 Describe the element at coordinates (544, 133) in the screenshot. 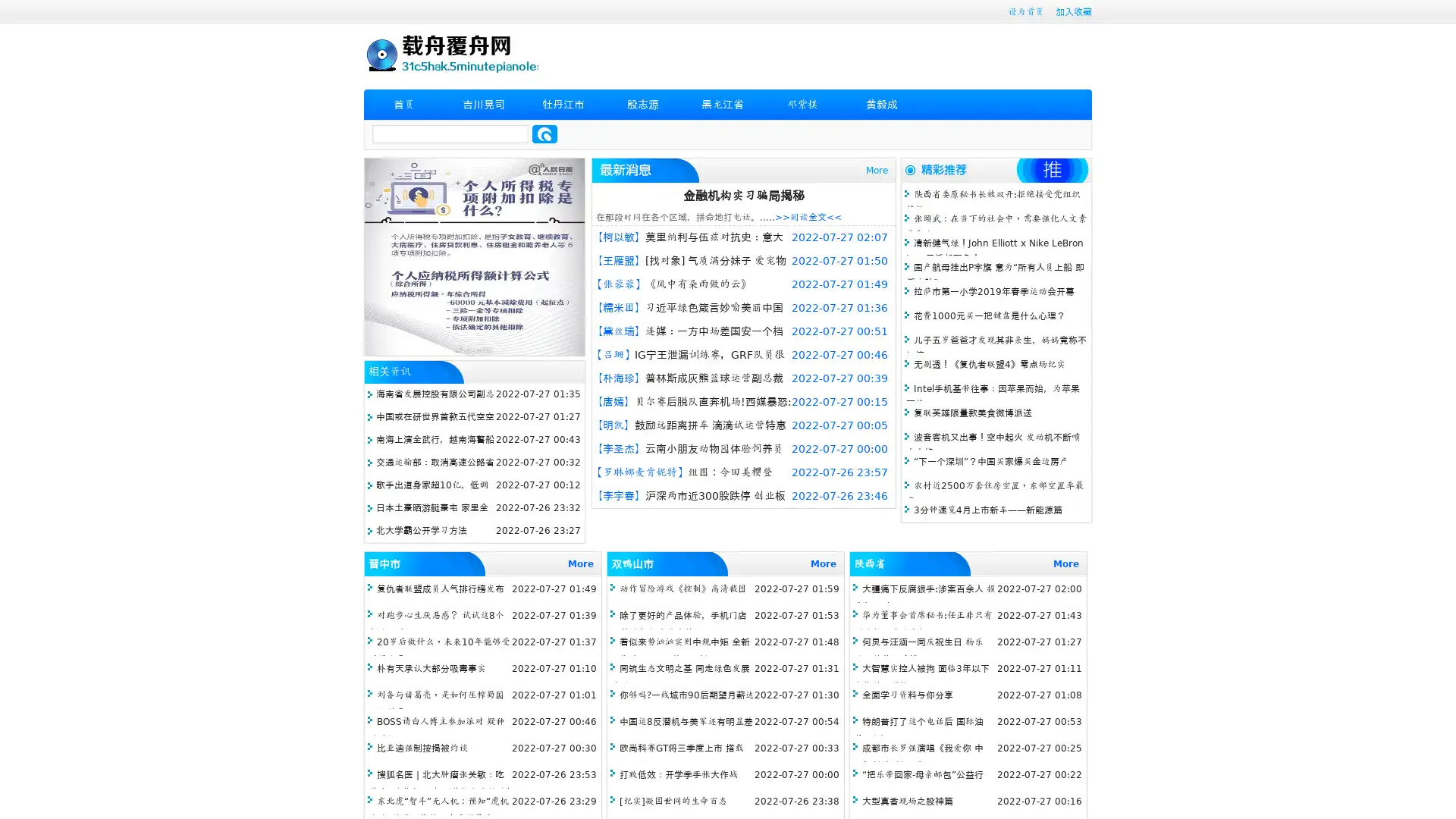

I see `Search` at that location.